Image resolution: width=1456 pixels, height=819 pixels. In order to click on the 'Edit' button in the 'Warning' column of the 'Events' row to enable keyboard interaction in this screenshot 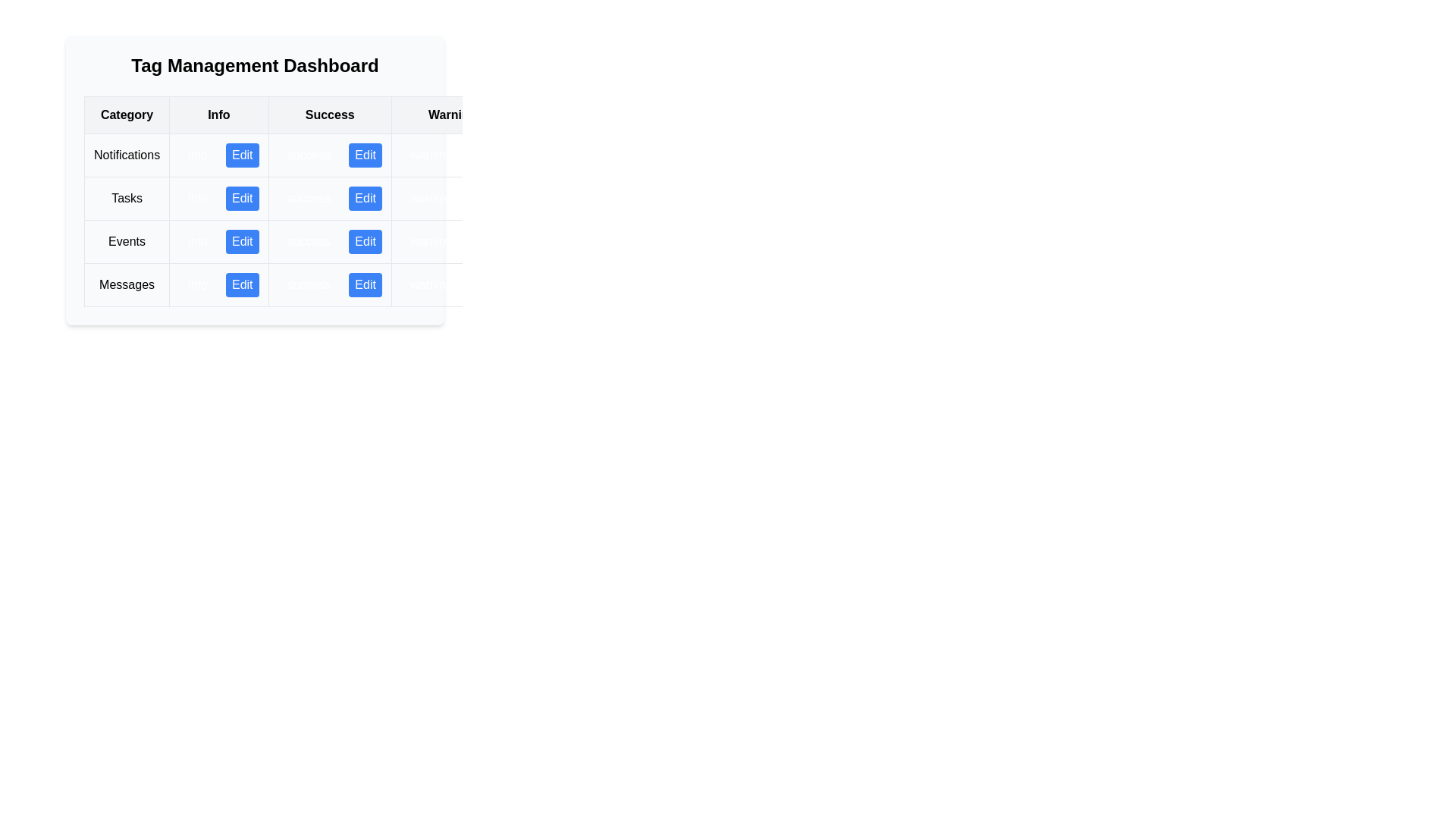, I will do `click(451, 241)`.